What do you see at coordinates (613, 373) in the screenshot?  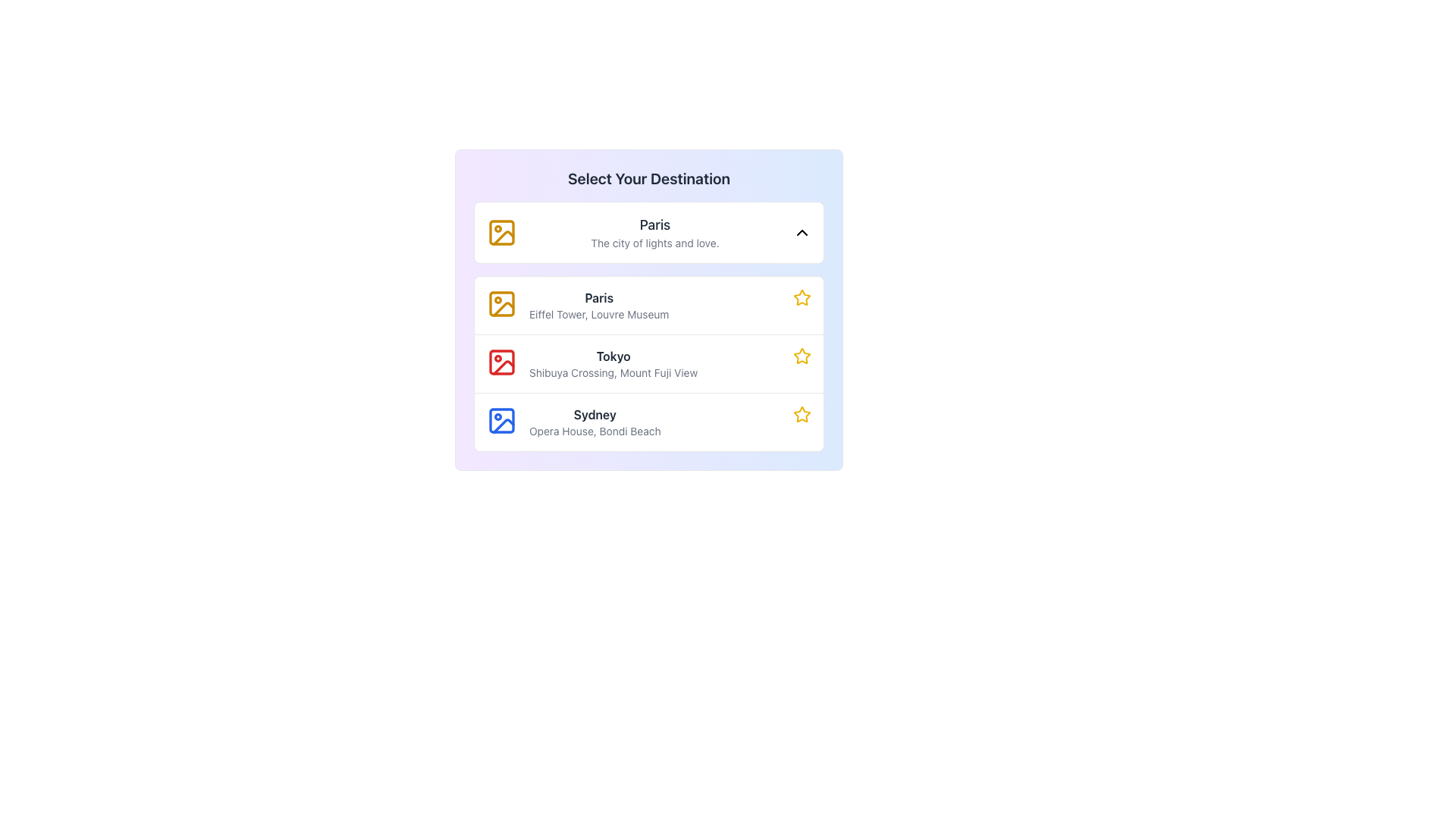 I see `the text element that reads 'Shibuya Crossing, Mount Fuji View', which is styled with a smaller font size and gray color, positioned below the text 'Tokyo' in the list of destinations` at bounding box center [613, 373].